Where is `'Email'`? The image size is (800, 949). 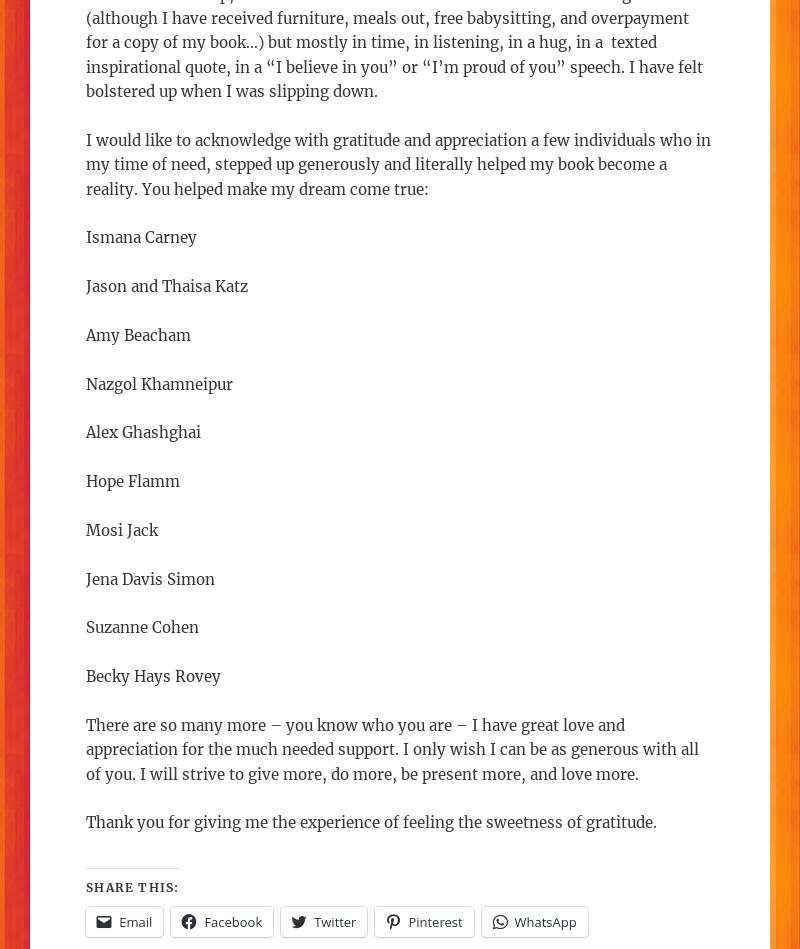 'Email' is located at coordinates (135, 920).